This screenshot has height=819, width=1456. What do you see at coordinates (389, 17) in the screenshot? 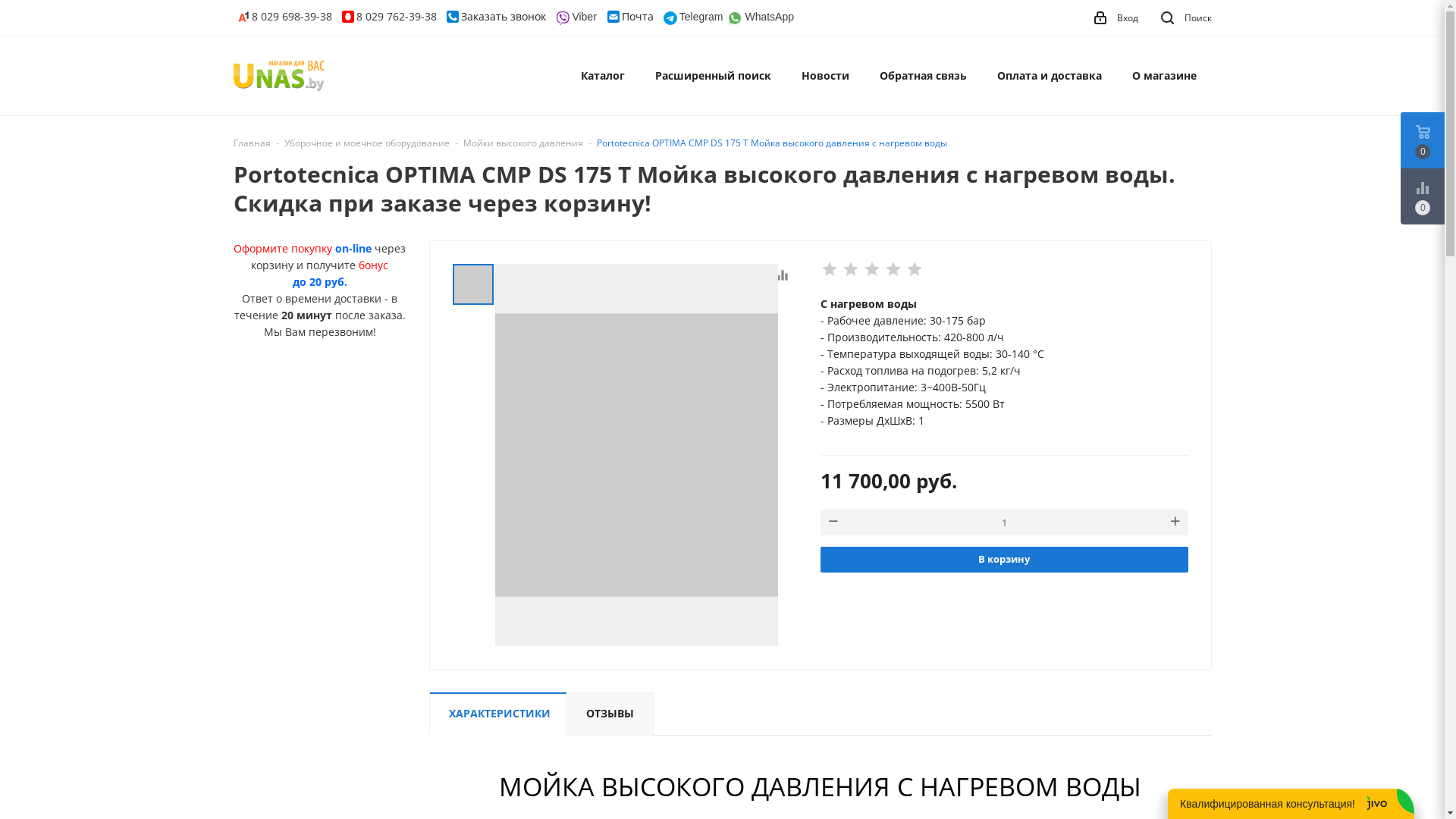
I see `'8 029 762-39-38'` at bounding box center [389, 17].